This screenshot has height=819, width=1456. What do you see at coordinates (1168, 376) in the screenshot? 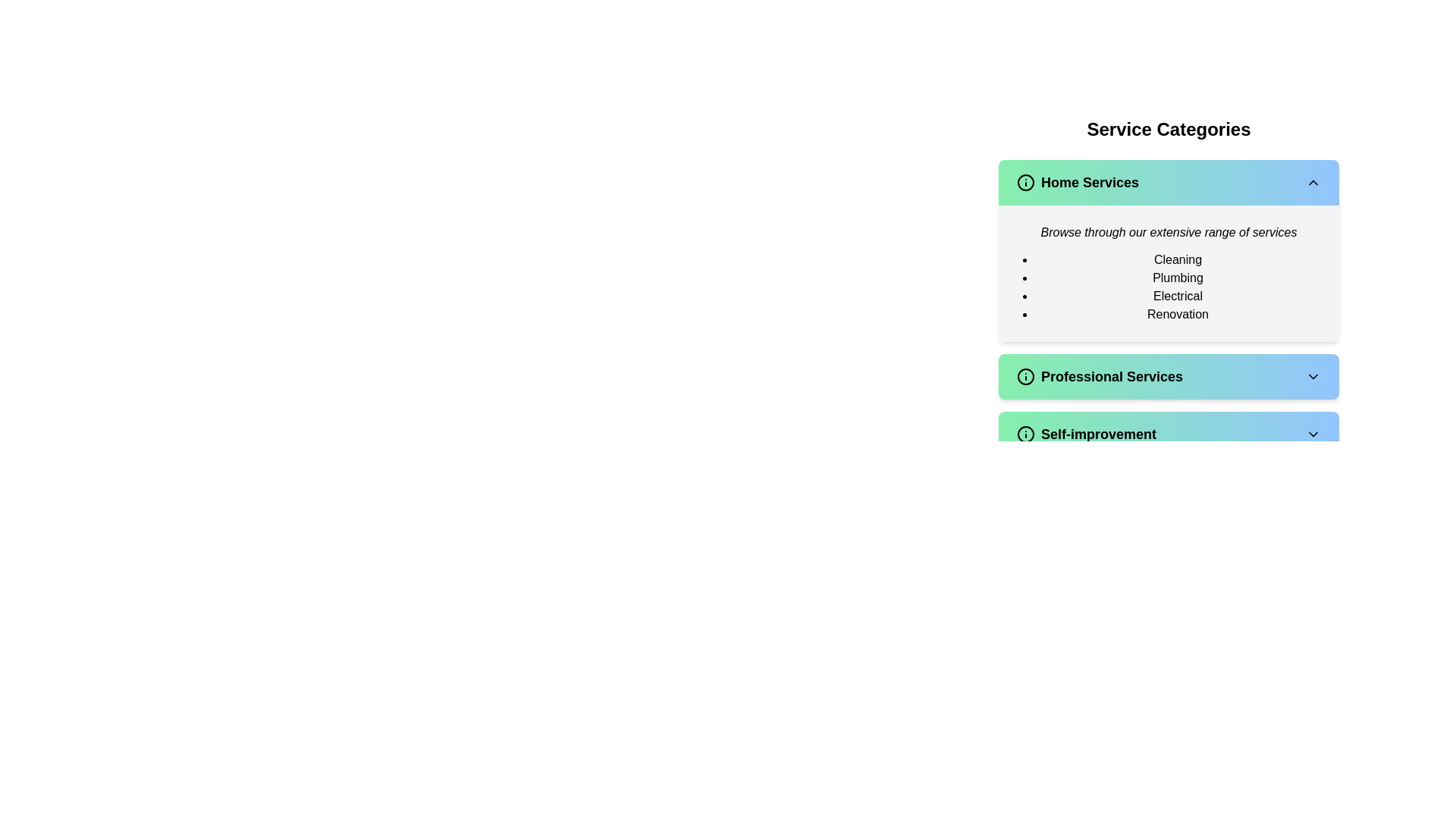
I see `the 'Professional Services' button with dropdown functionality, which is the second item in the 'Service Categories' section, featuring a gradient background and a downward-facing chevron` at bounding box center [1168, 376].